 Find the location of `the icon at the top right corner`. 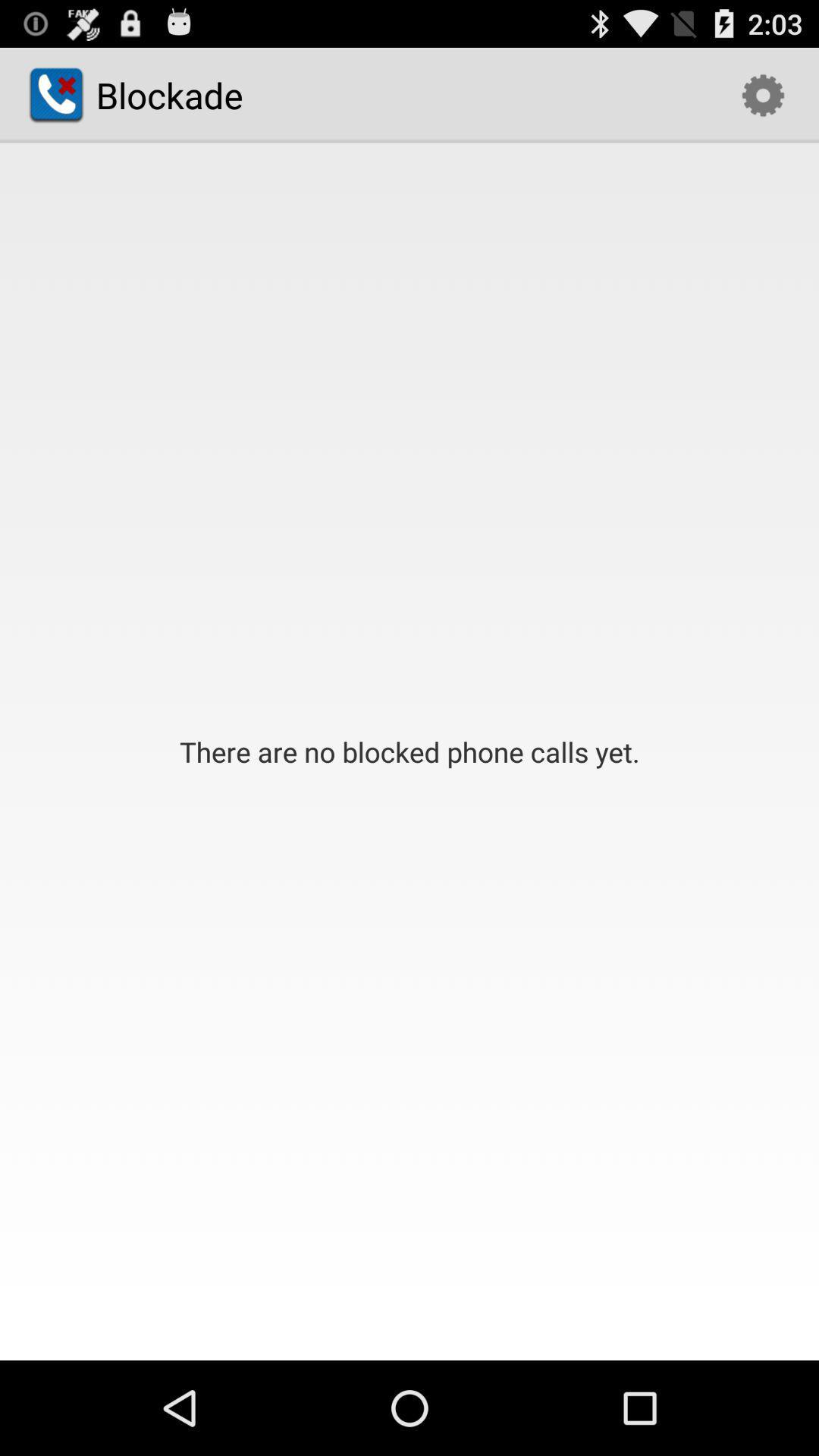

the icon at the top right corner is located at coordinates (763, 94).